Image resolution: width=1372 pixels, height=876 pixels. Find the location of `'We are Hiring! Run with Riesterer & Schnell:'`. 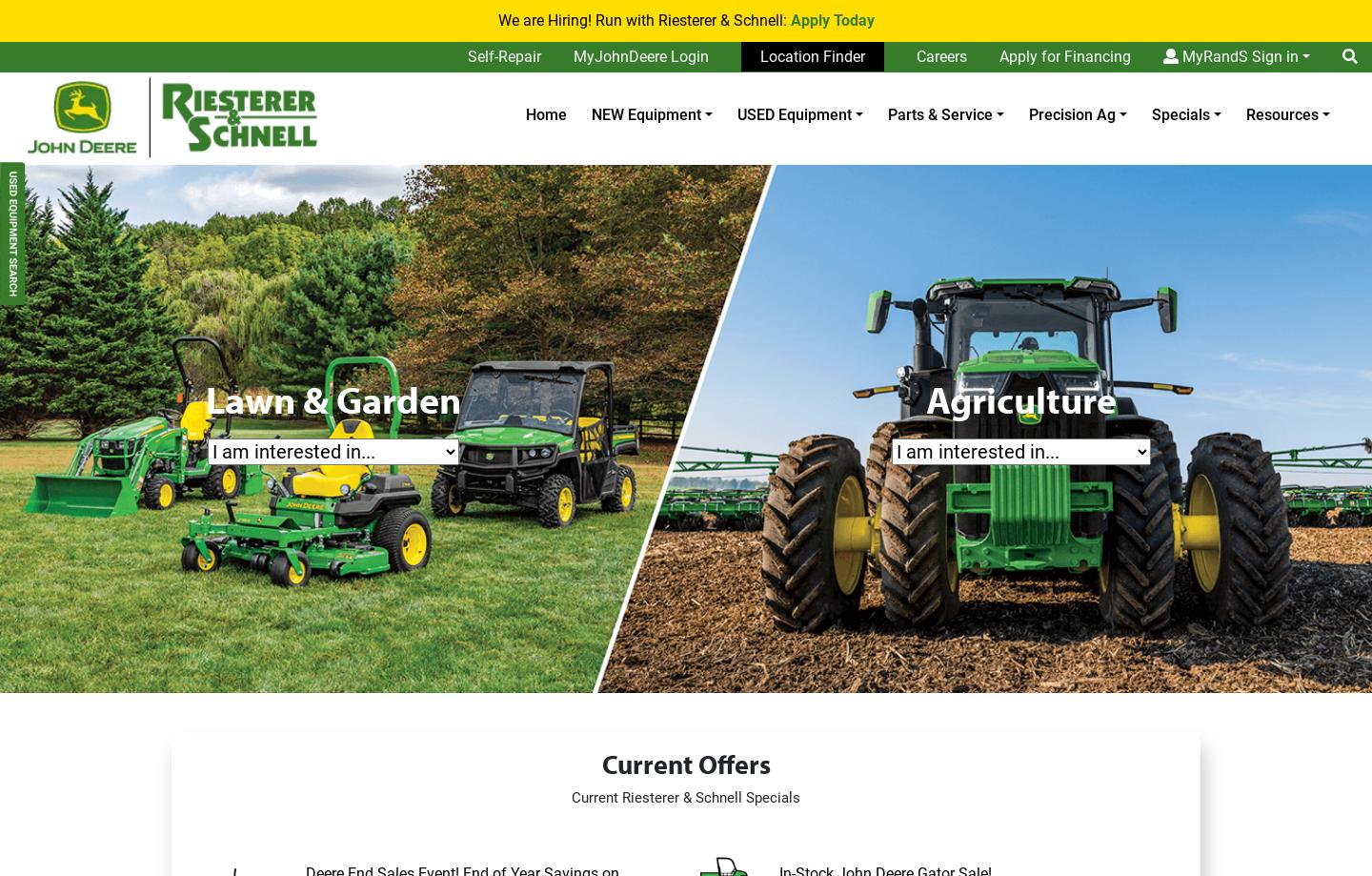

'We are Hiring! Run with Riesterer & Schnell:' is located at coordinates (496, 20).